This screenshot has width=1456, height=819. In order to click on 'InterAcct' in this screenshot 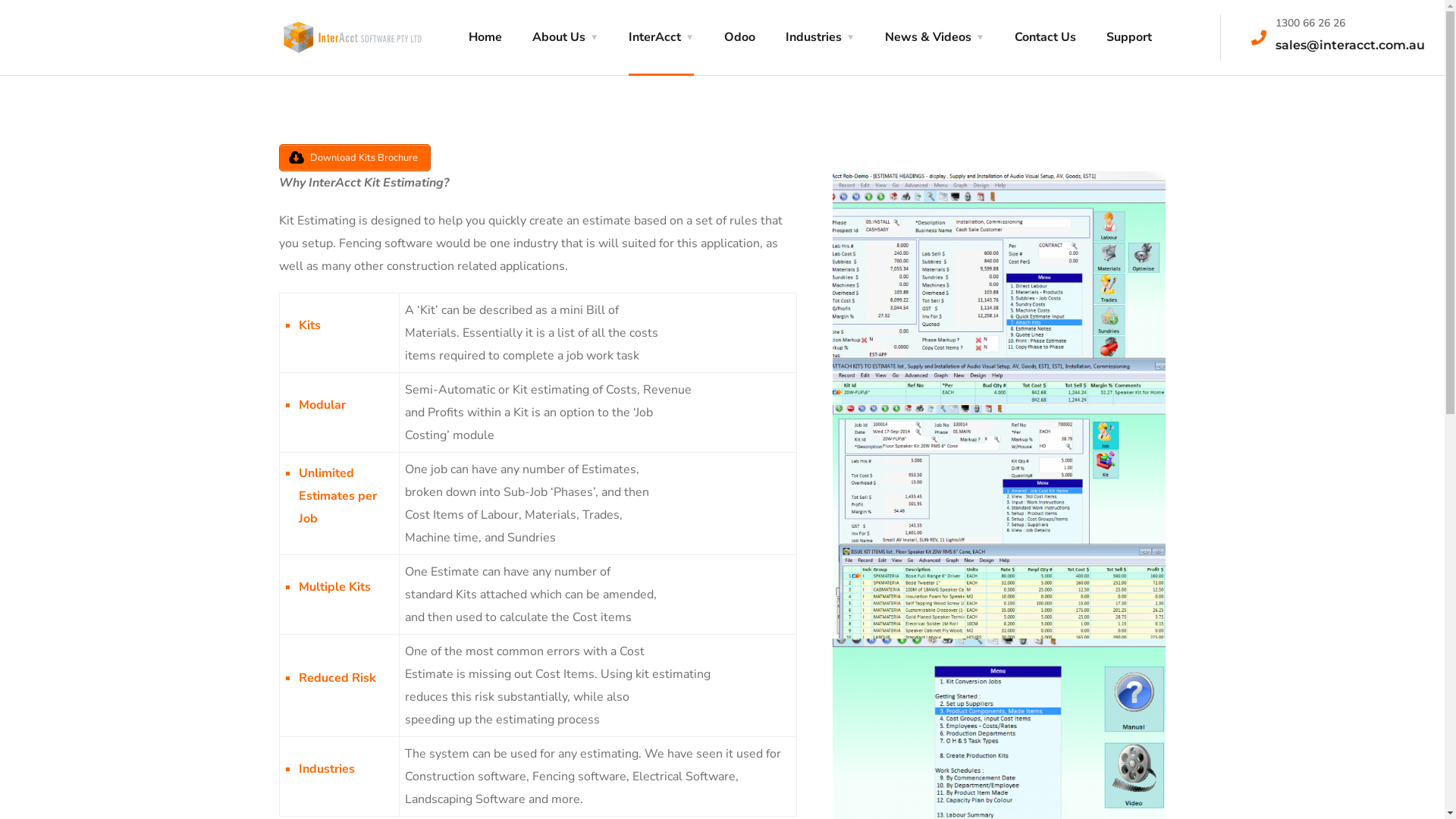, I will do `click(660, 36)`.